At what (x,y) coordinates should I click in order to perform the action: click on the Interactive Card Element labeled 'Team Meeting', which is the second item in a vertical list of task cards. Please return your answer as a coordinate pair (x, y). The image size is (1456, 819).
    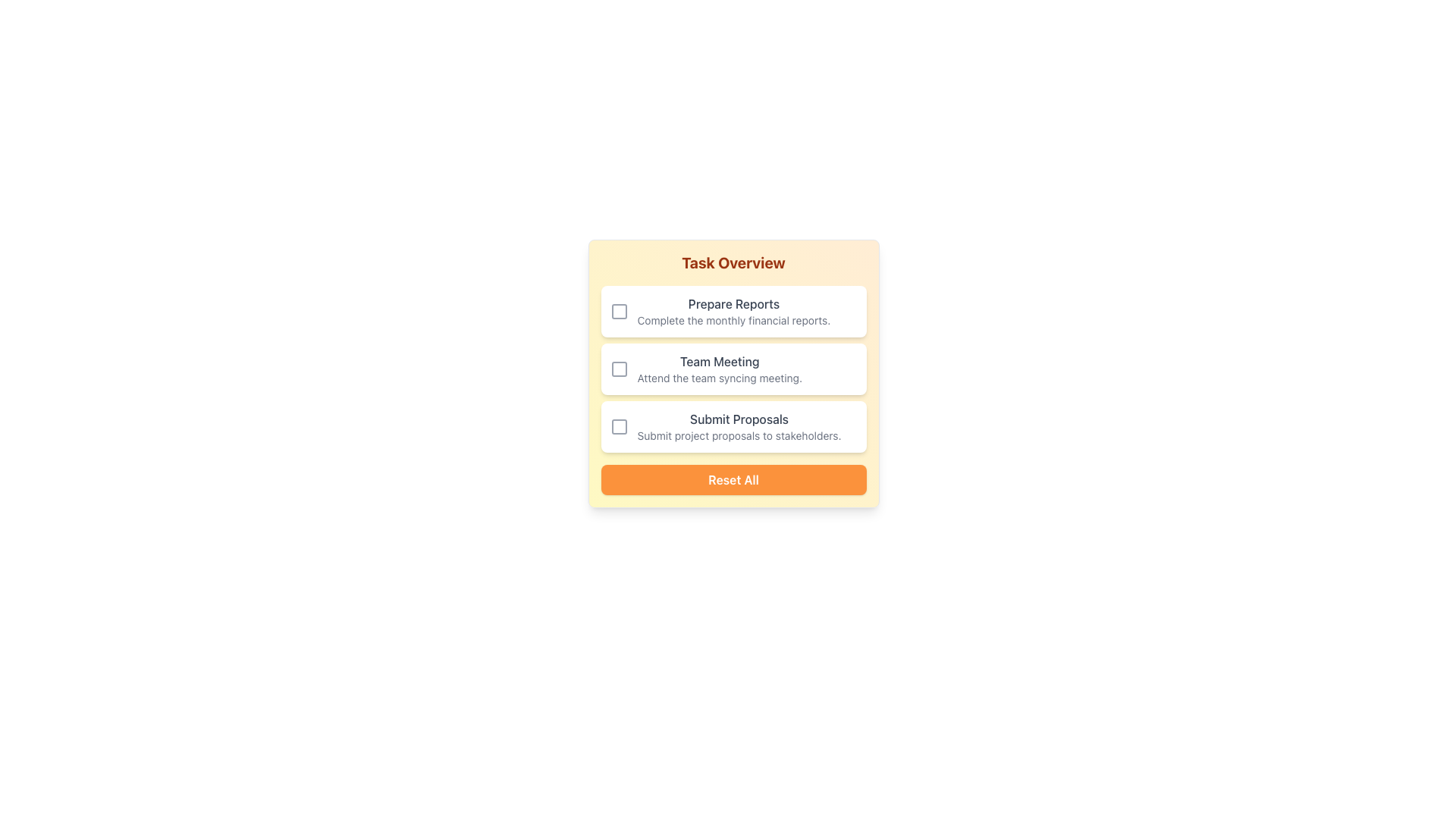
    Looking at the image, I should click on (733, 369).